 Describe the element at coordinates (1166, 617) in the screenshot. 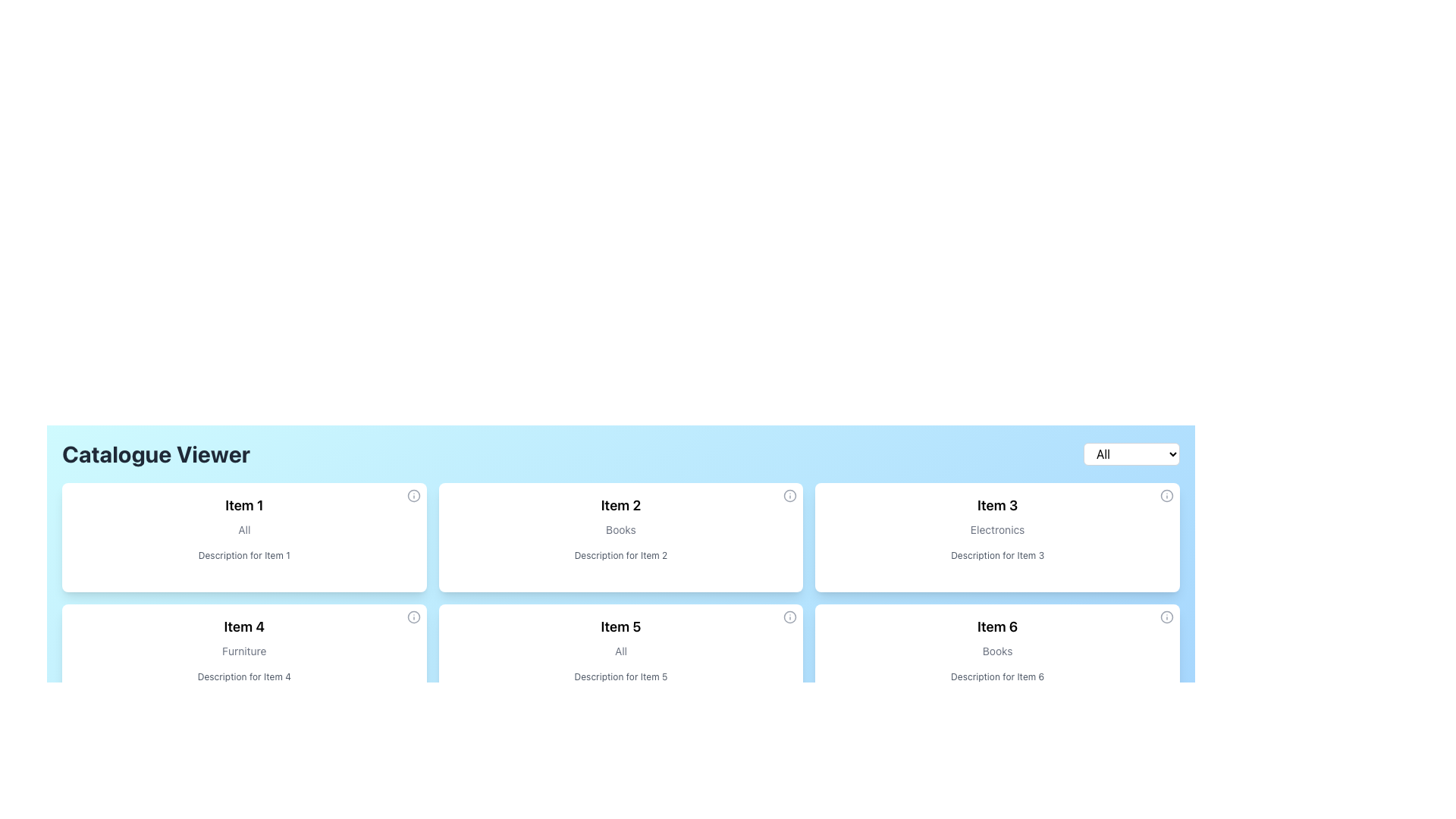

I see `the circular icon button in the top-right corner of the 'Item 6' card` at that location.